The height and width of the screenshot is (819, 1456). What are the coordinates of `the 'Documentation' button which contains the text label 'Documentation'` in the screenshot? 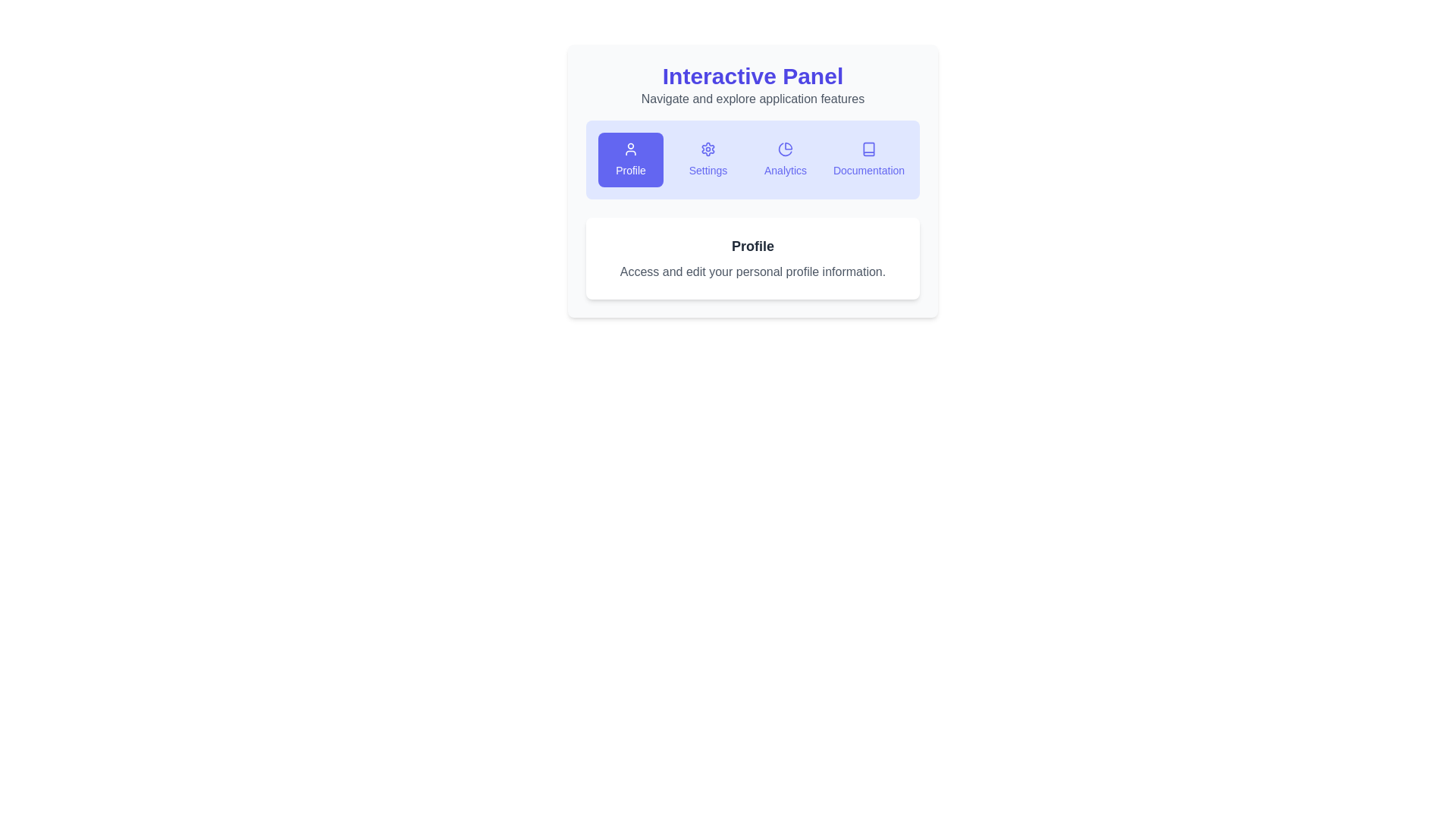 It's located at (869, 170).